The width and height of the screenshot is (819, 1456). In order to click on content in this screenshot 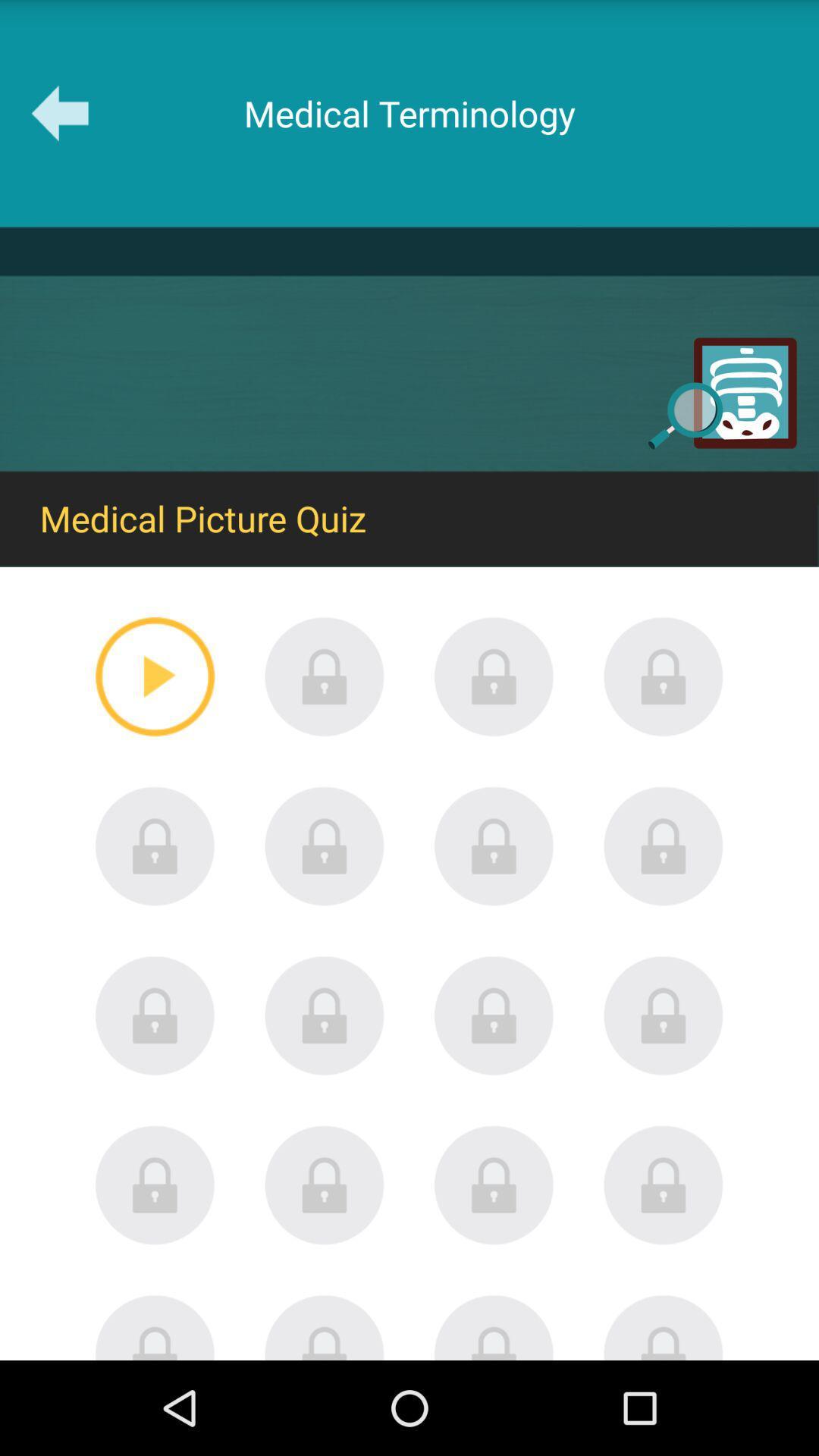, I will do `click(155, 846)`.